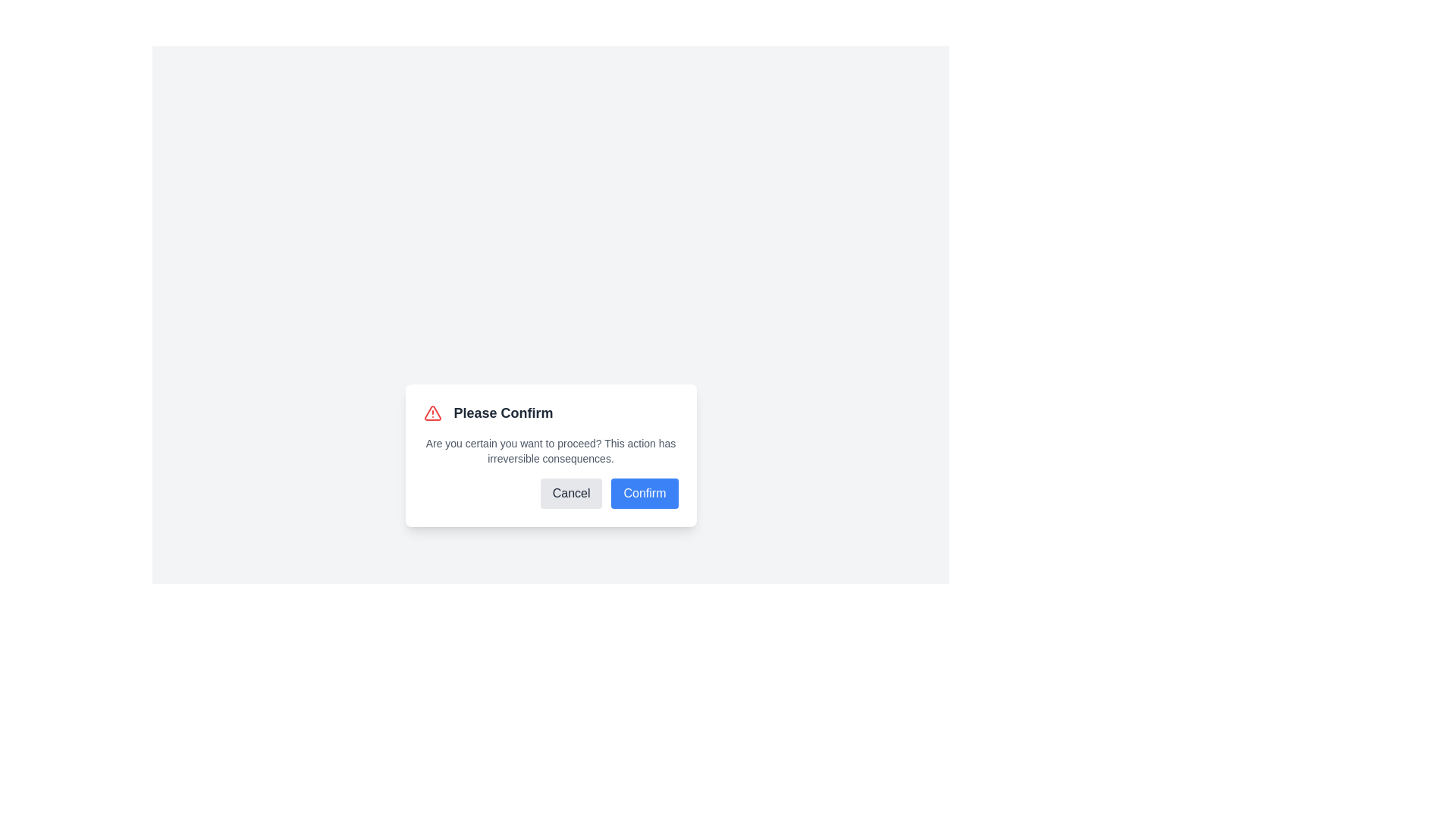 Image resolution: width=1456 pixels, height=819 pixels. What do you see at coordinates (550, 450) in the screenshot?
I see `warning text displayed in the modal dialog box below the 'Please Confirm' heading and above the 'Cancel' and 'Confirm' buttons` at bounding box center [550, 450].